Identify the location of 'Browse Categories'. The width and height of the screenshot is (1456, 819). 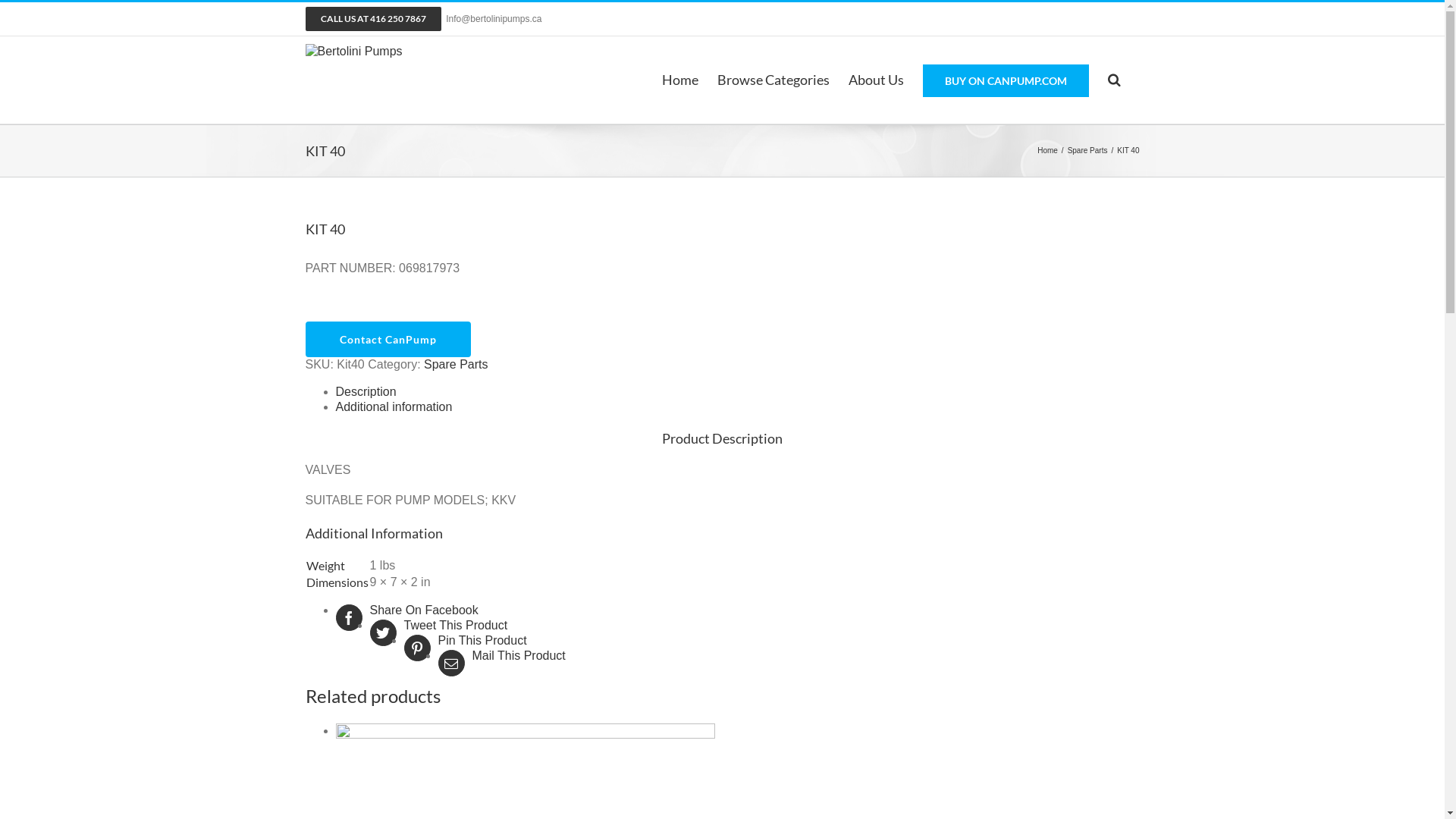
(773, 80).